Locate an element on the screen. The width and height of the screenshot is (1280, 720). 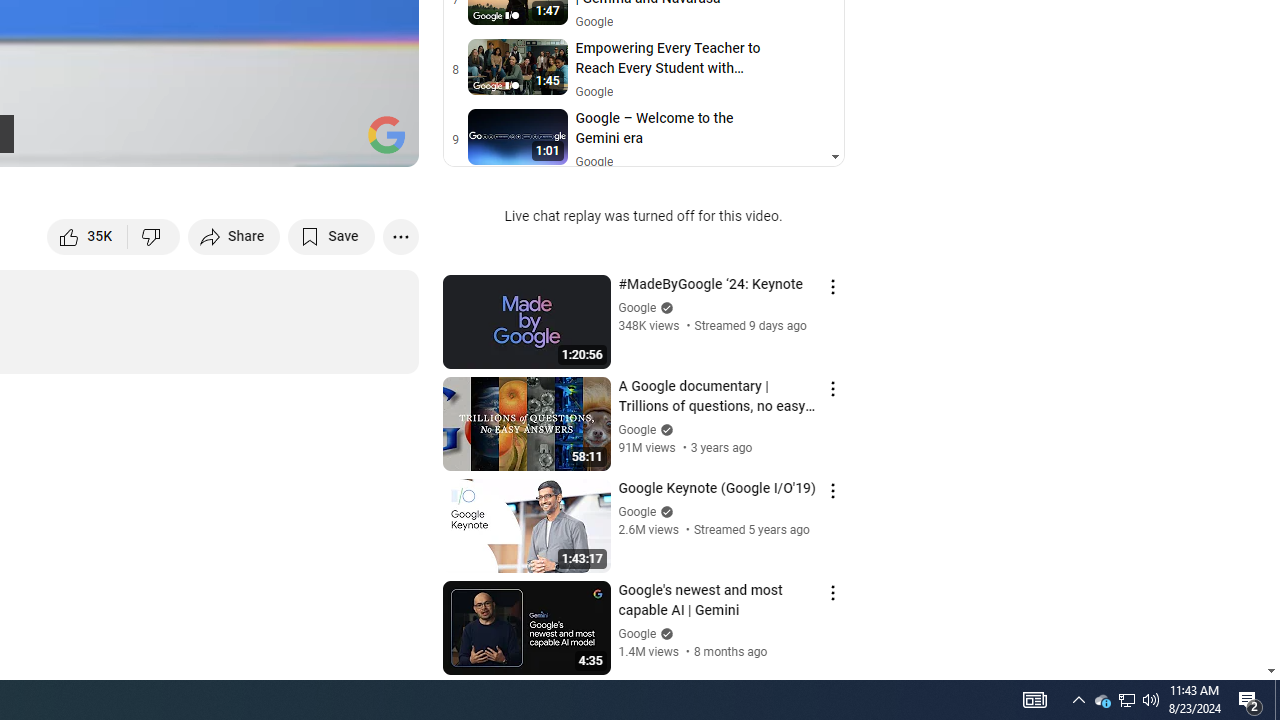
'More actions' is located at coordinates (400, 235).